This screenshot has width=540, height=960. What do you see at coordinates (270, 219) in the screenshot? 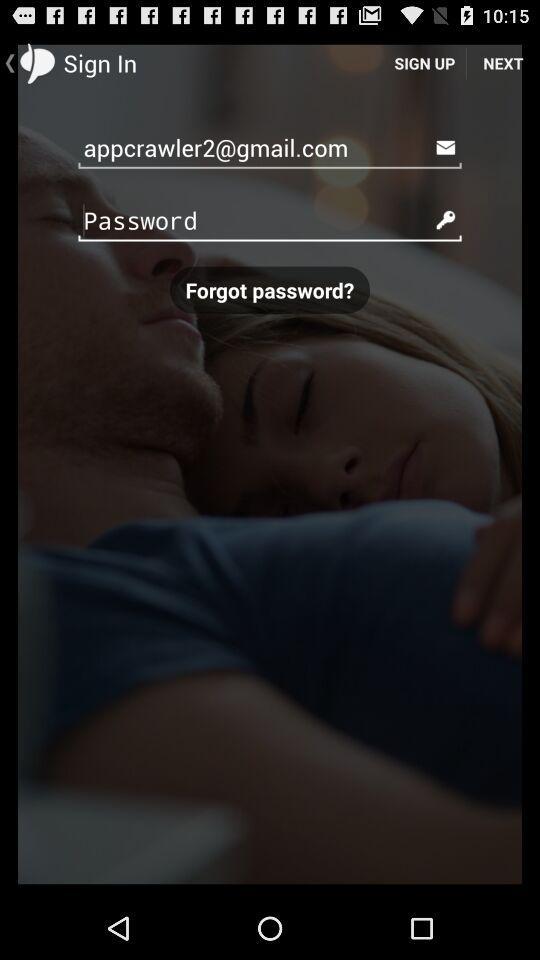
I see `the icon above forgot password?` at bounding box center [270, 219].